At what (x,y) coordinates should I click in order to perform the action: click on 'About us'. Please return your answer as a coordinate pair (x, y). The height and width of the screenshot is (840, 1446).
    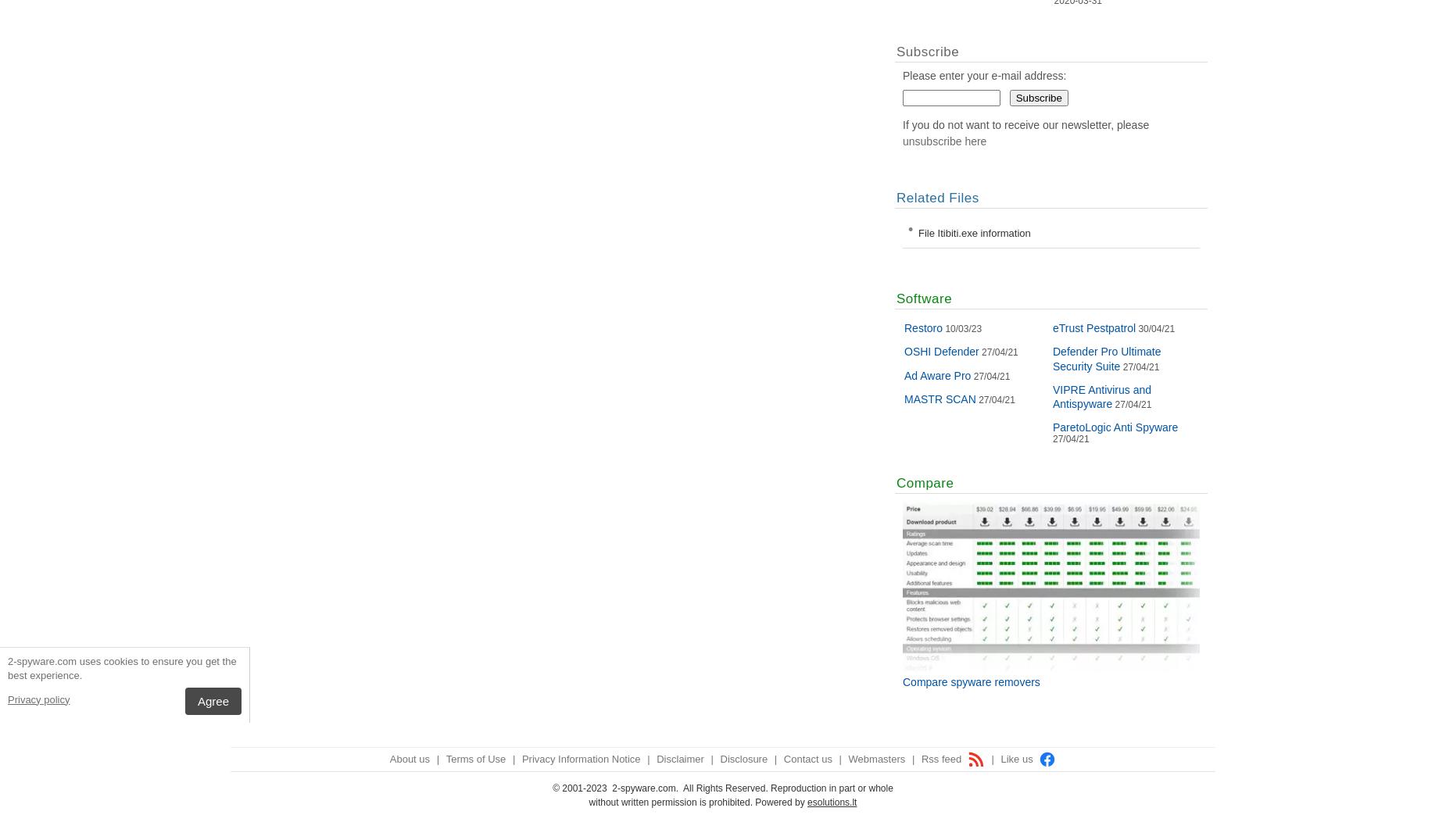
    Looking at the image, I should click on (409, 758).